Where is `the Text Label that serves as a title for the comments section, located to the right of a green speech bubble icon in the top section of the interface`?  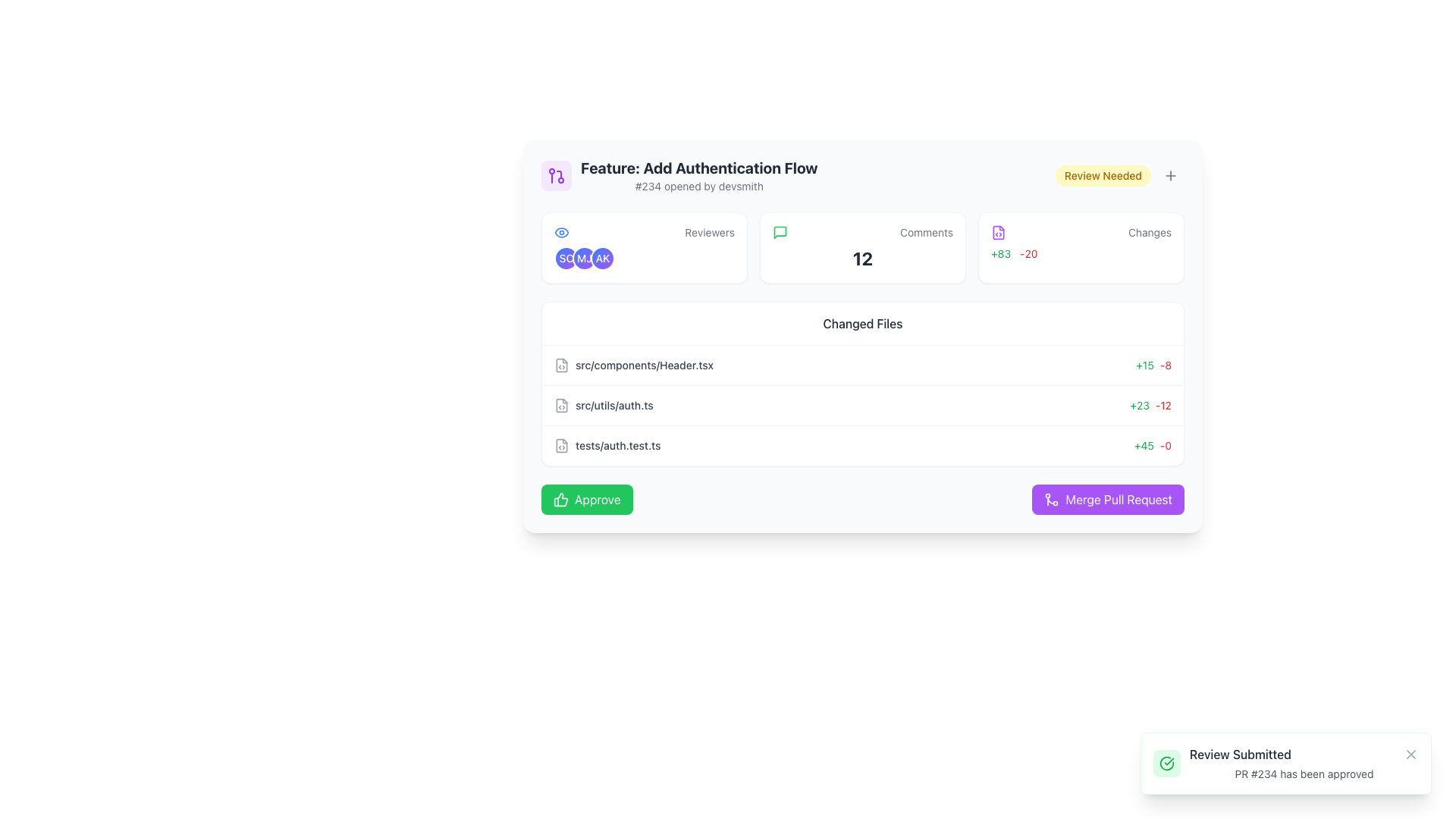 the Text Label that serves as a title for the comments section, located to the right of a green speech bubble icon in the top section of the interface is located at coordinates (926, 233).